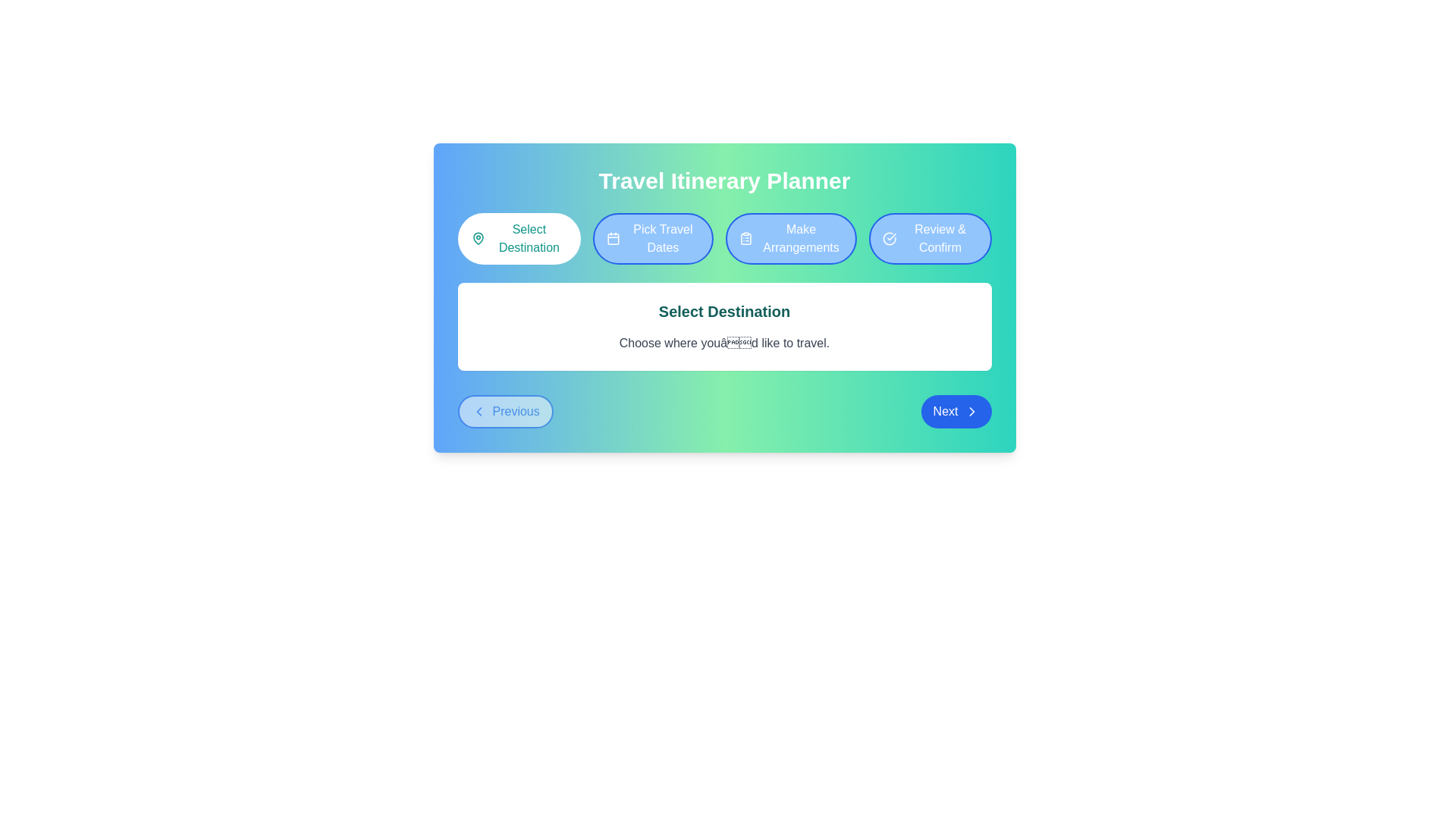 The height and width of the screenshot is (819, 1456). Describe the element at coordinates (745, 239) in the screenshot. I see `the SVG icon resembling a clipboard with a list, which is visibly located inside the 'Make Arrangements' button in the top navigation bar` at that location.